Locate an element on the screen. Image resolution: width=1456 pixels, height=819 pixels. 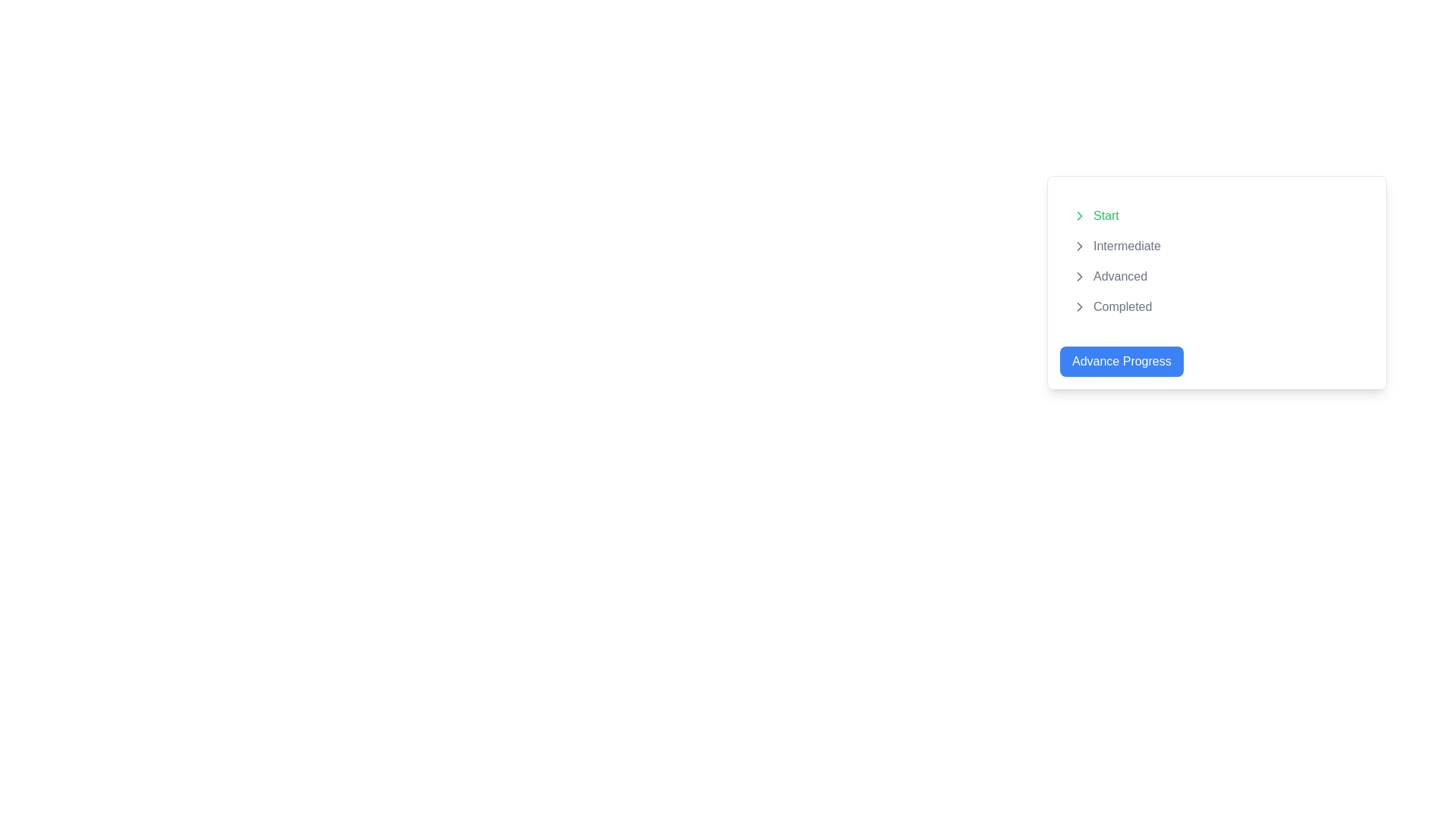
the right-pointing chevron icon next to the label 'Completed', which is a minimalistic gray arrow indicating navigation is located at coordinates (1079, 307).